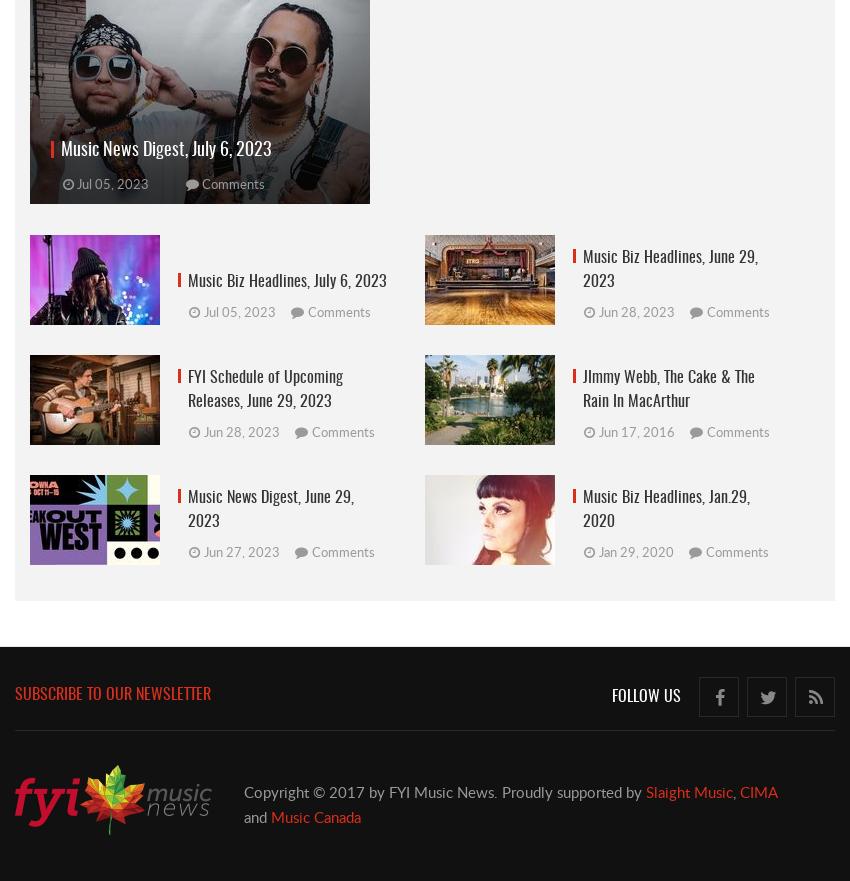 This screenshot has width=850, height=881. What do you see at coordinates (774, 726) in the screenshot?
I see `'Follow us on Twitter'` at bounding box center [774, 726].